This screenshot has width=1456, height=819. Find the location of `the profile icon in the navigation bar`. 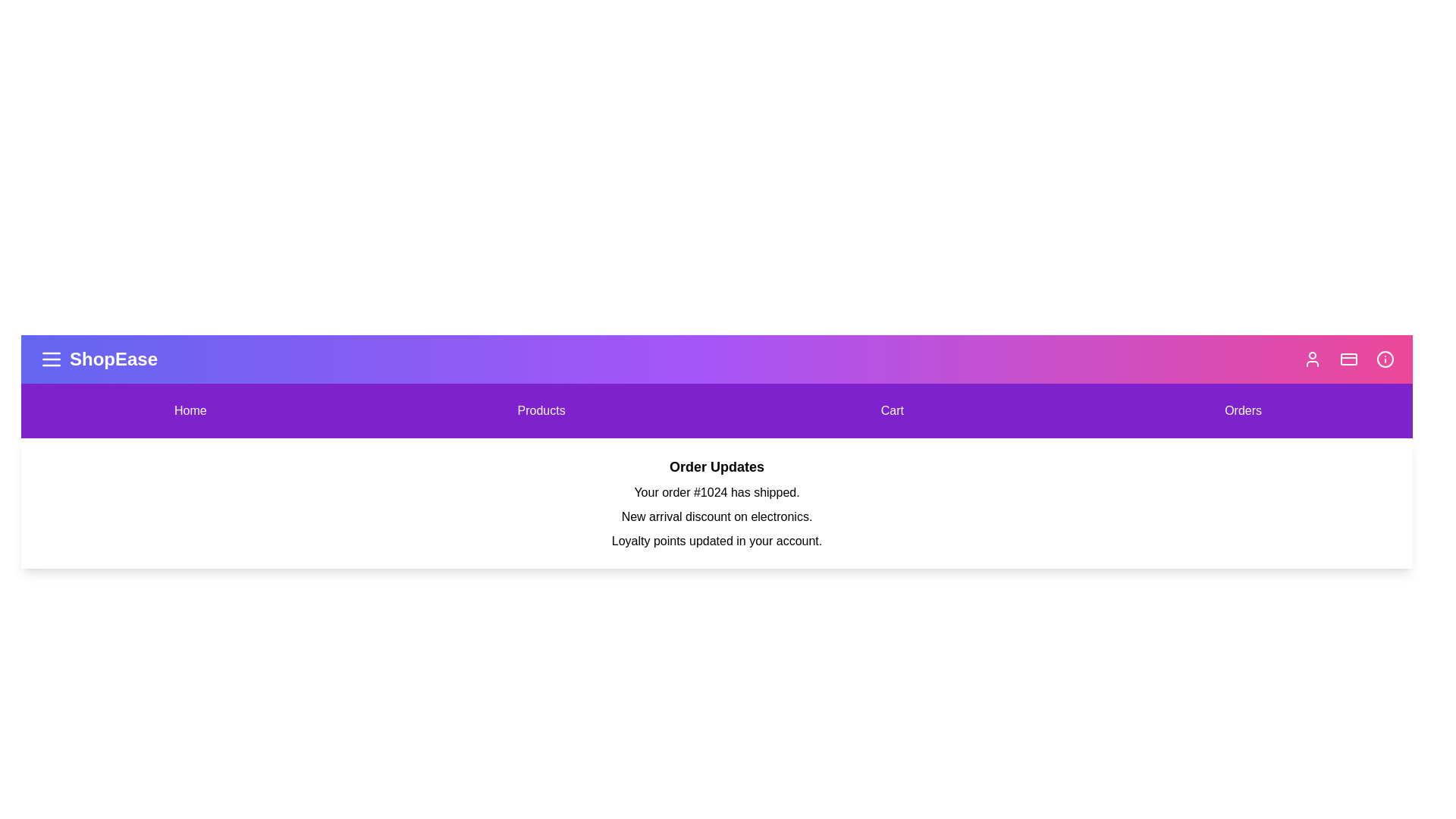

the profile icon in the navigation bar is located at coordinates (1312, 359).